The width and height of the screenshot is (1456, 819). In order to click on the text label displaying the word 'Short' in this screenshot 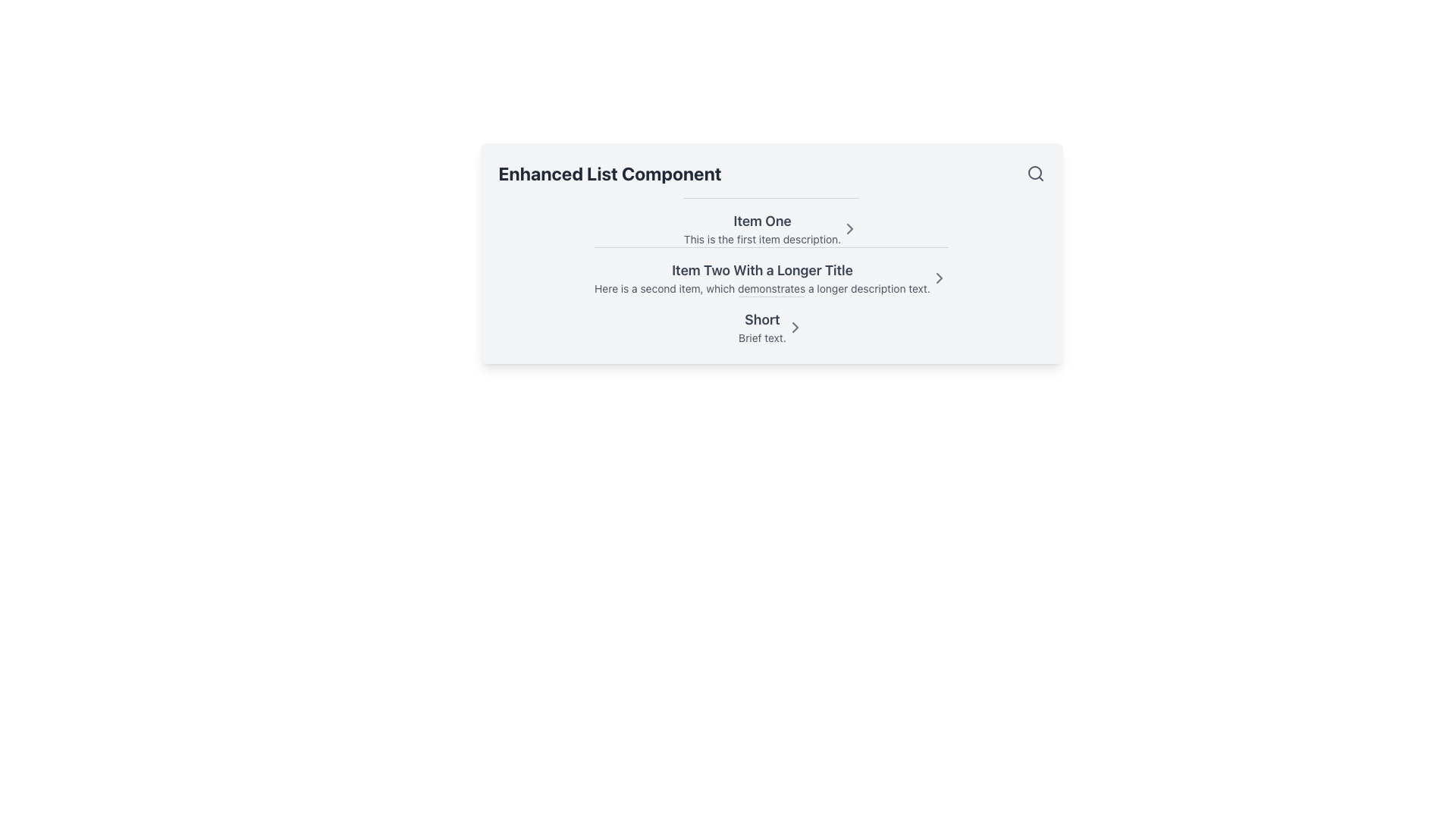, I will do `click(762, 318)`.